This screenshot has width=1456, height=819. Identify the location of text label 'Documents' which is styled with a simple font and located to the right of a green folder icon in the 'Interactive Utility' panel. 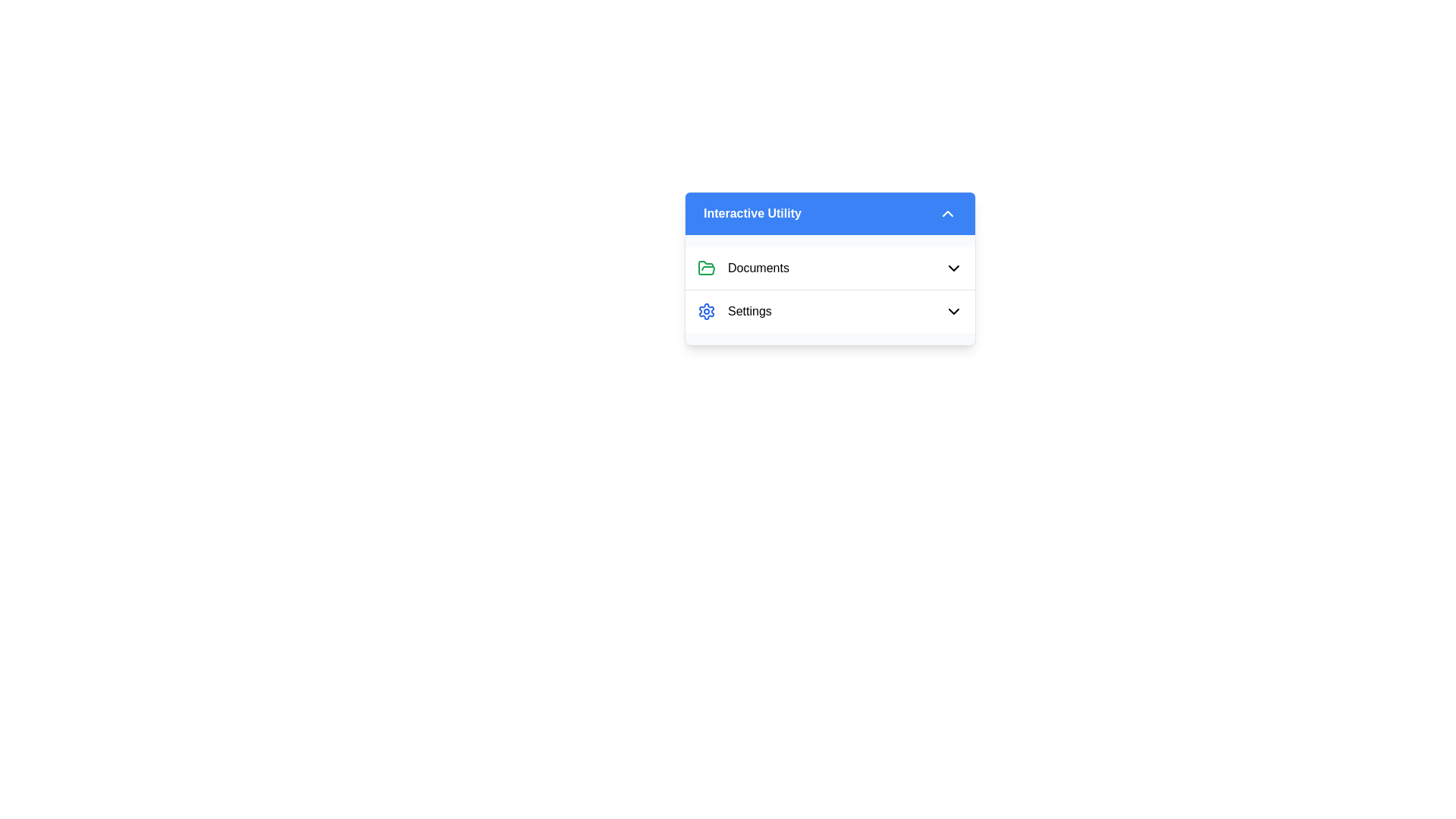
(758, 268).